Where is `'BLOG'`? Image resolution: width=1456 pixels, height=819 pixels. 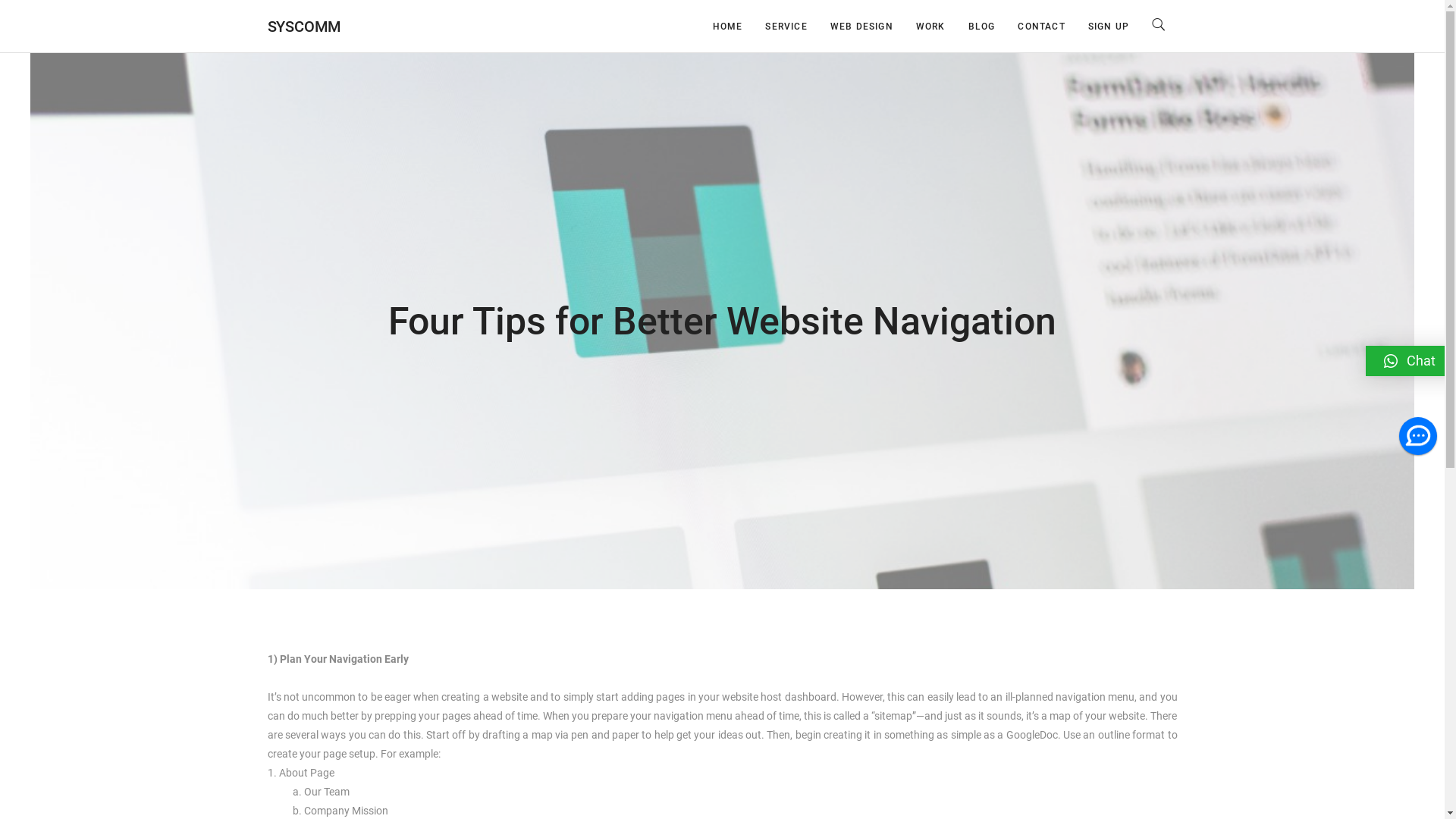
'BLOG' is located at coordinates (982, 26).